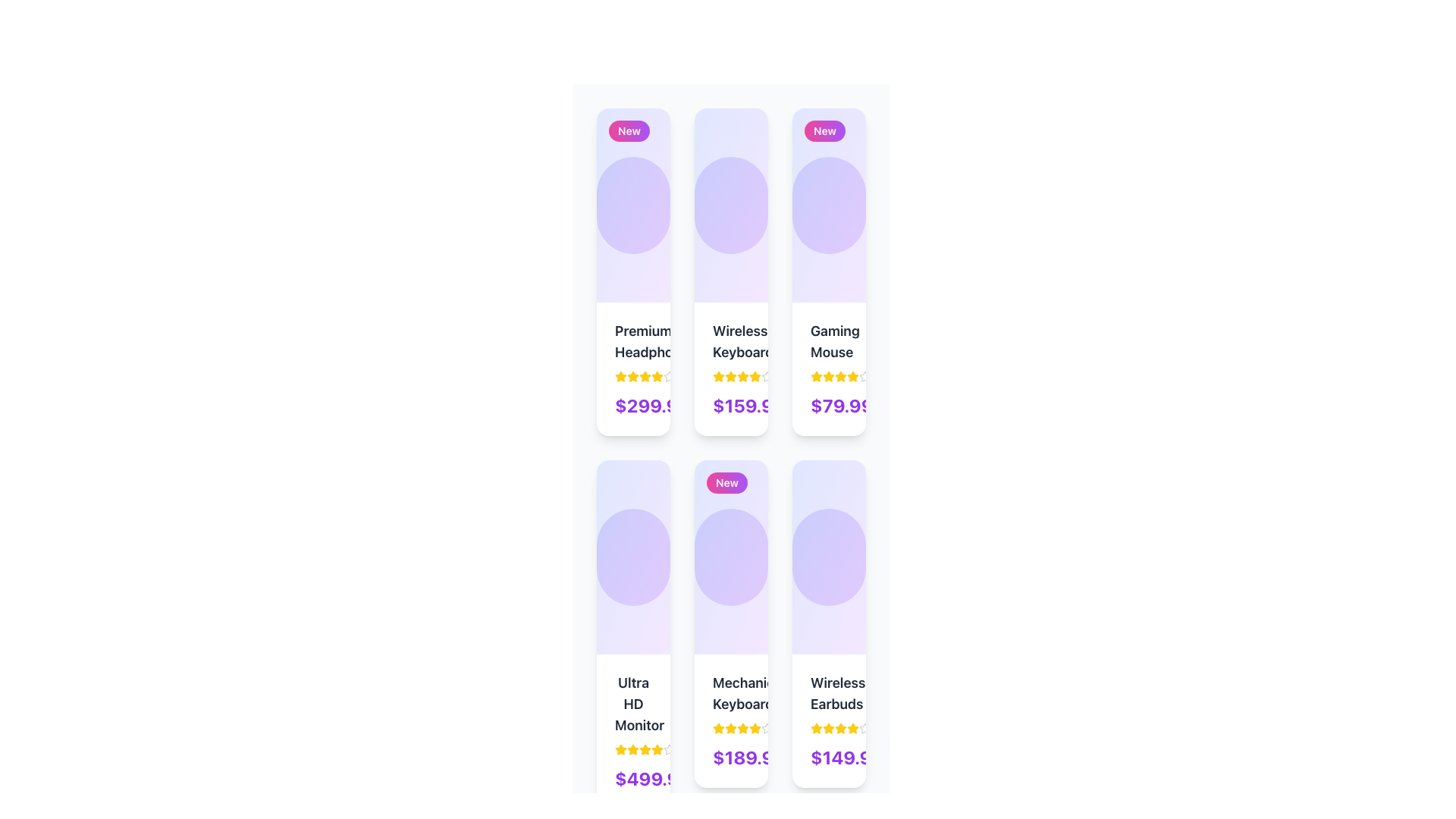 Image resolution: width=1456 pixels, height=819 pixels. I want to click on the product advertisement card for the 'Gaming Mouse' priced at $79.99, so click(828, 271).